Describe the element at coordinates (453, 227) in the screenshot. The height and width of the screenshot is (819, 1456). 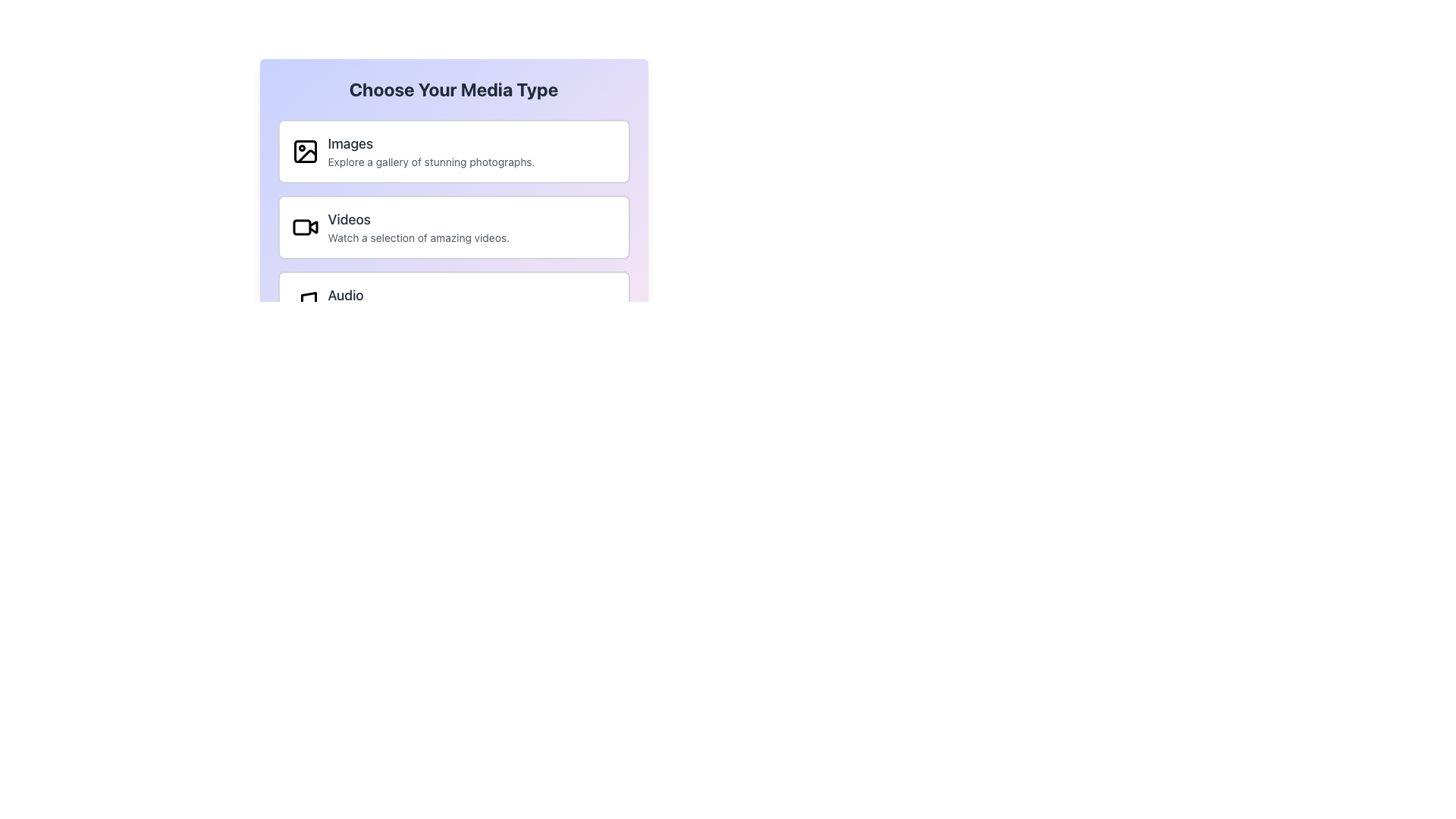
I see `the 'Videos' selectable card-like UI component located centrally in the options list, positioned between 'Images' and 'Audio'` at that location.